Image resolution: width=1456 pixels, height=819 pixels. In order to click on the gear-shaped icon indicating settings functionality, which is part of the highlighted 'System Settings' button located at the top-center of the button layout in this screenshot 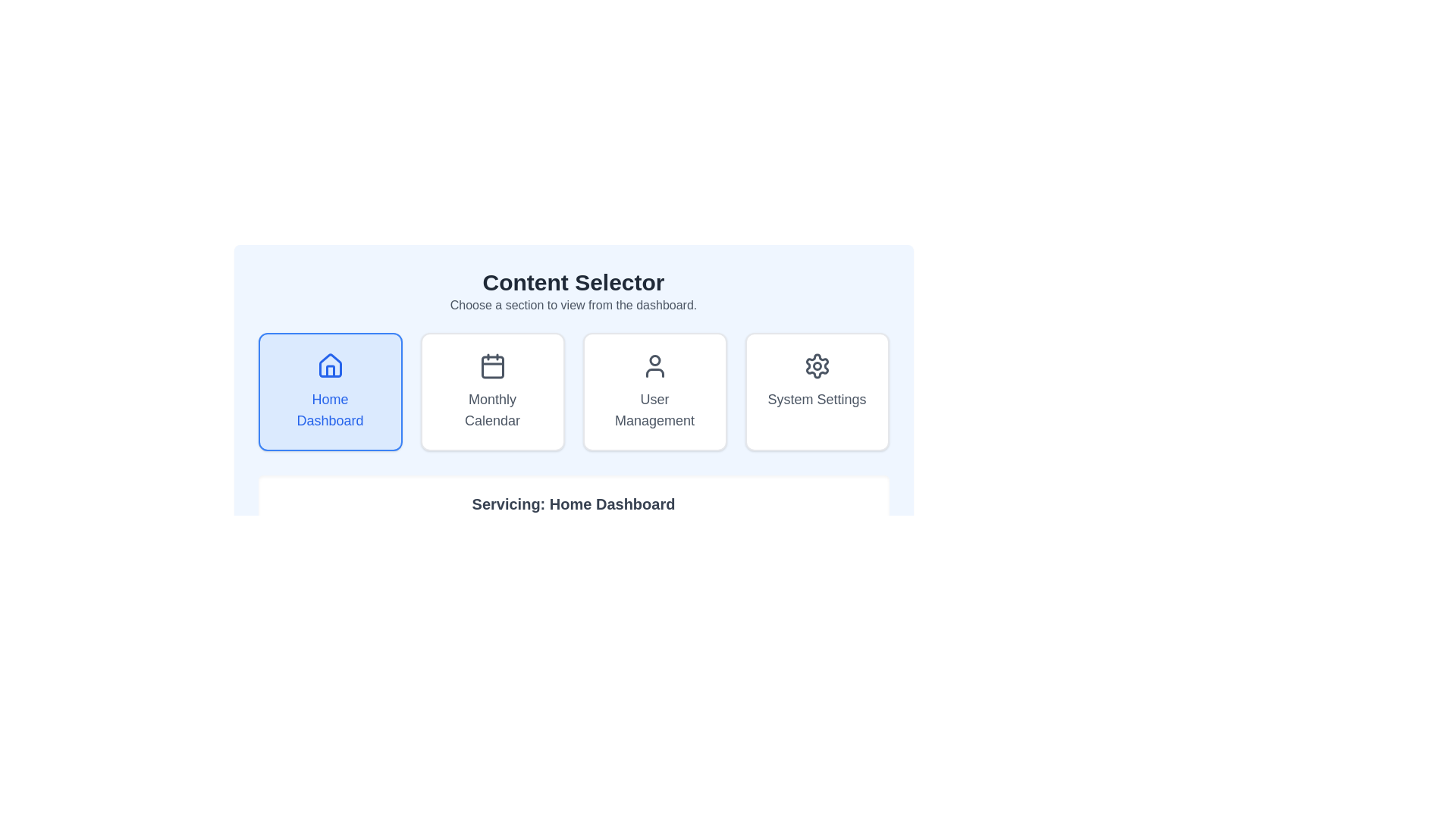, I will do `click(816, 366)`.